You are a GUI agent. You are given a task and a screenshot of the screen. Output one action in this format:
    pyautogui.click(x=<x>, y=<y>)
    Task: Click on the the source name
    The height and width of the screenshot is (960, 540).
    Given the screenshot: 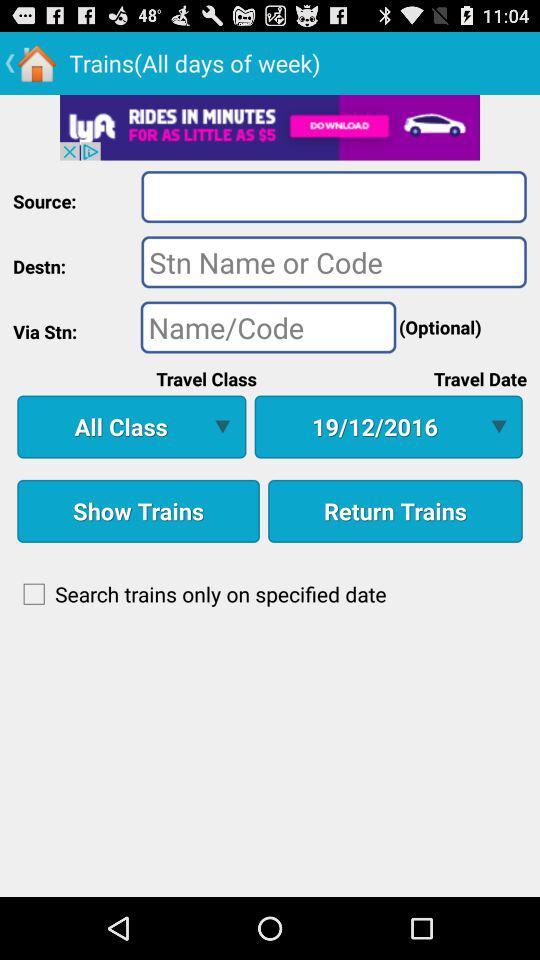 What is the action you would take?
    pyautogui.click(x=334, y=196)
    